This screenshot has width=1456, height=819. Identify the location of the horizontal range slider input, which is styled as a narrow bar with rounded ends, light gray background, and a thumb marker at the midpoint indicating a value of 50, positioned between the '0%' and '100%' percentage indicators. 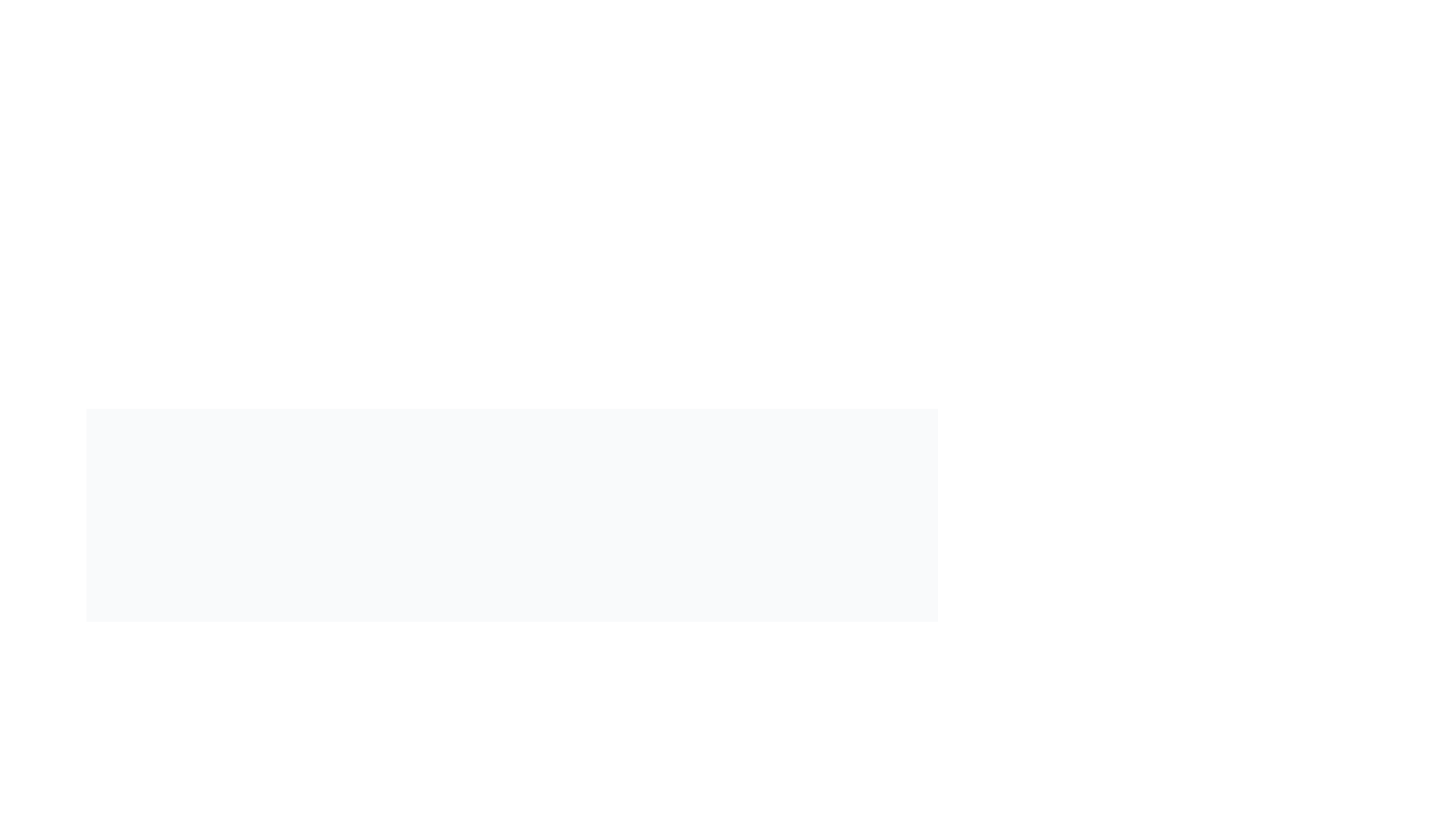
(512, 811).